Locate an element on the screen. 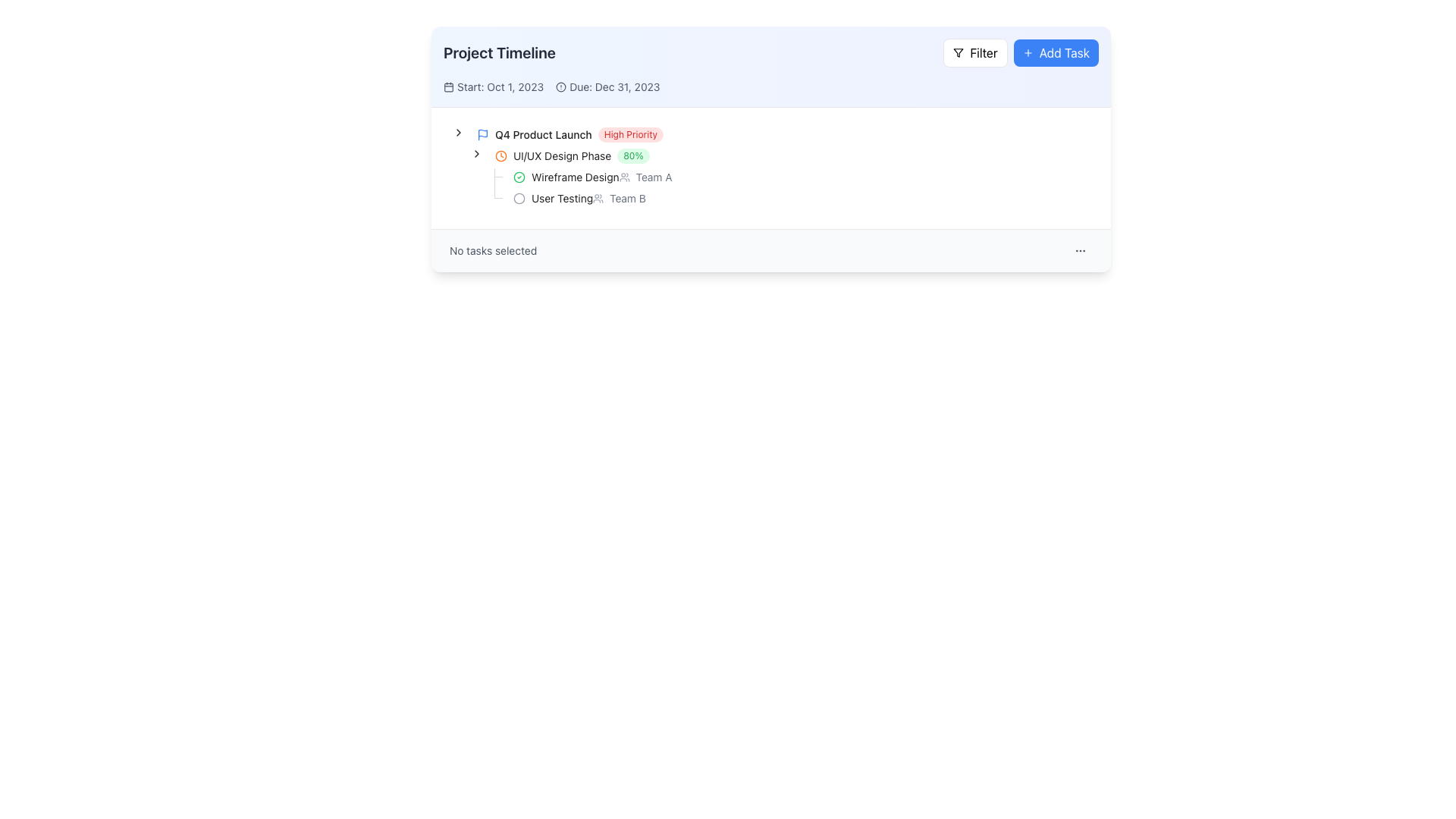 Image resolution: width=1456 pixels, height=819 pixels. the 'High Priority' badge or label element, which has a red background and is positioned to the right of the 'Q4 Product Launch' text is located at coordinates (630, 133).